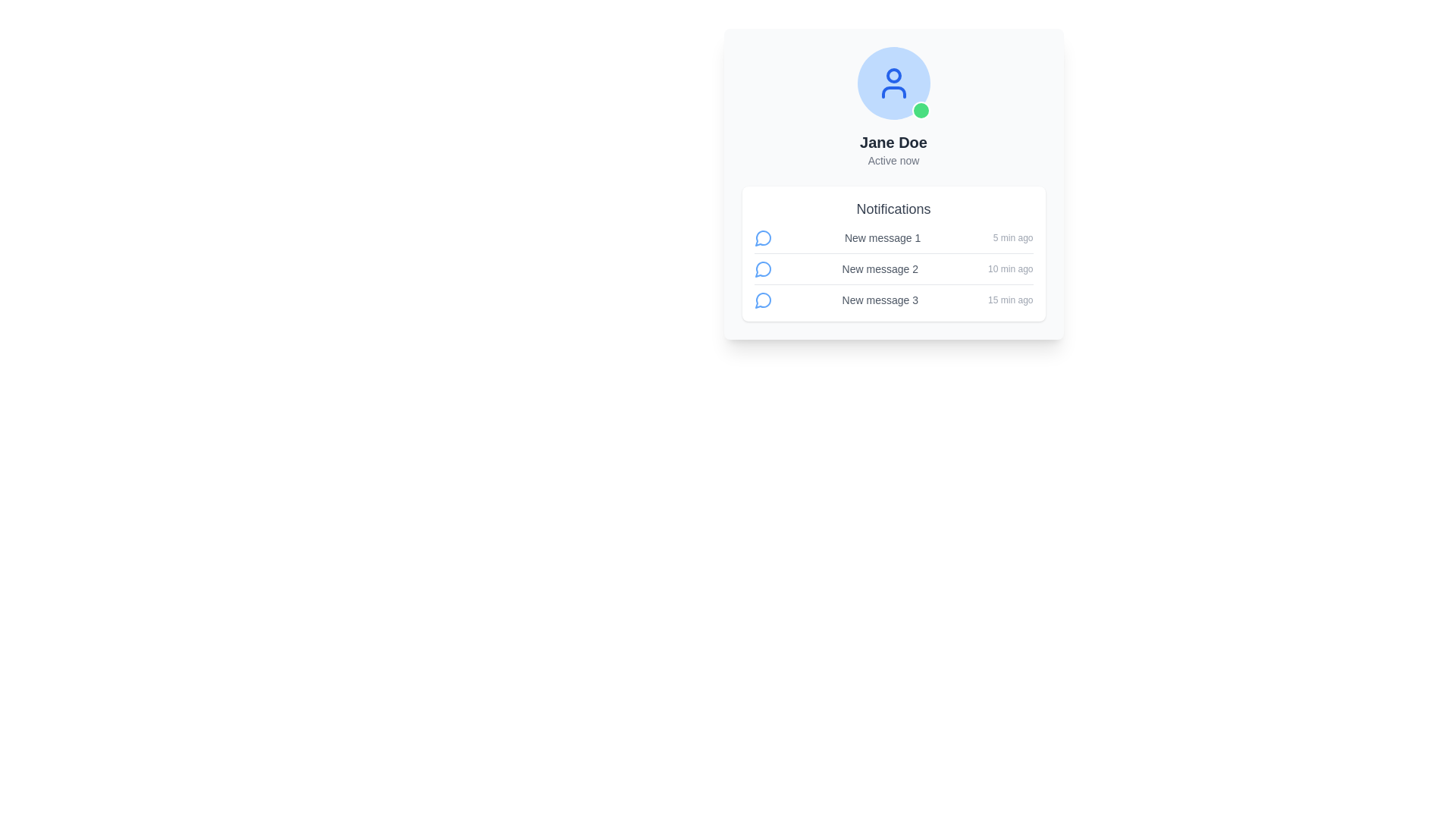  What do you see at coordinates (893, 268) in the screenshot?
I see `the second notification item` at bounding box center [893, 268].